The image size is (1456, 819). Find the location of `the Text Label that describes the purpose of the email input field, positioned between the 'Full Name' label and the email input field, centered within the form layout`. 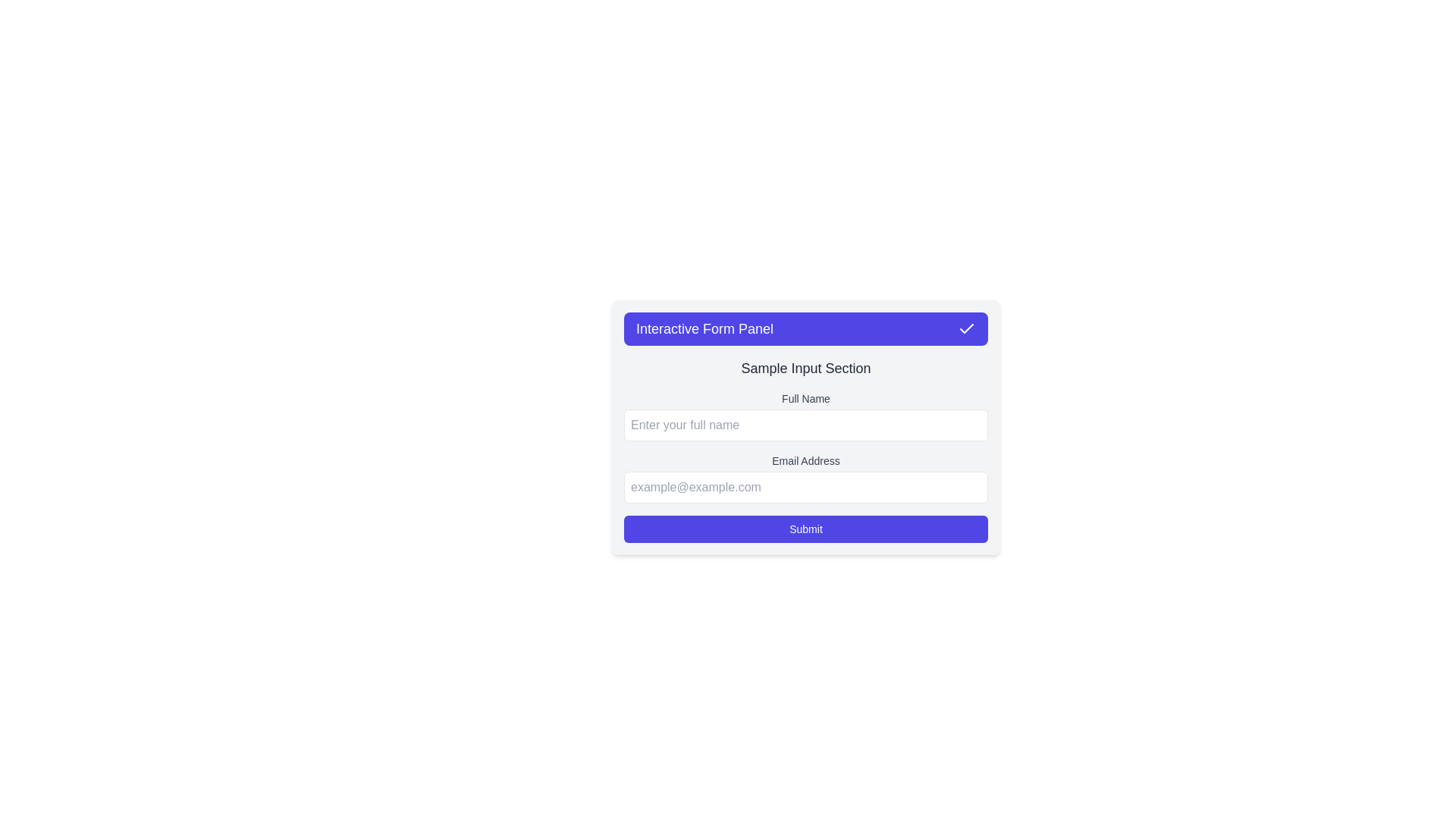

the Text Label that describes the purpose of the email input field, positioned between the 'Full Name' label and the email input field, centered within the form layout is located at coordinates (805, 460).